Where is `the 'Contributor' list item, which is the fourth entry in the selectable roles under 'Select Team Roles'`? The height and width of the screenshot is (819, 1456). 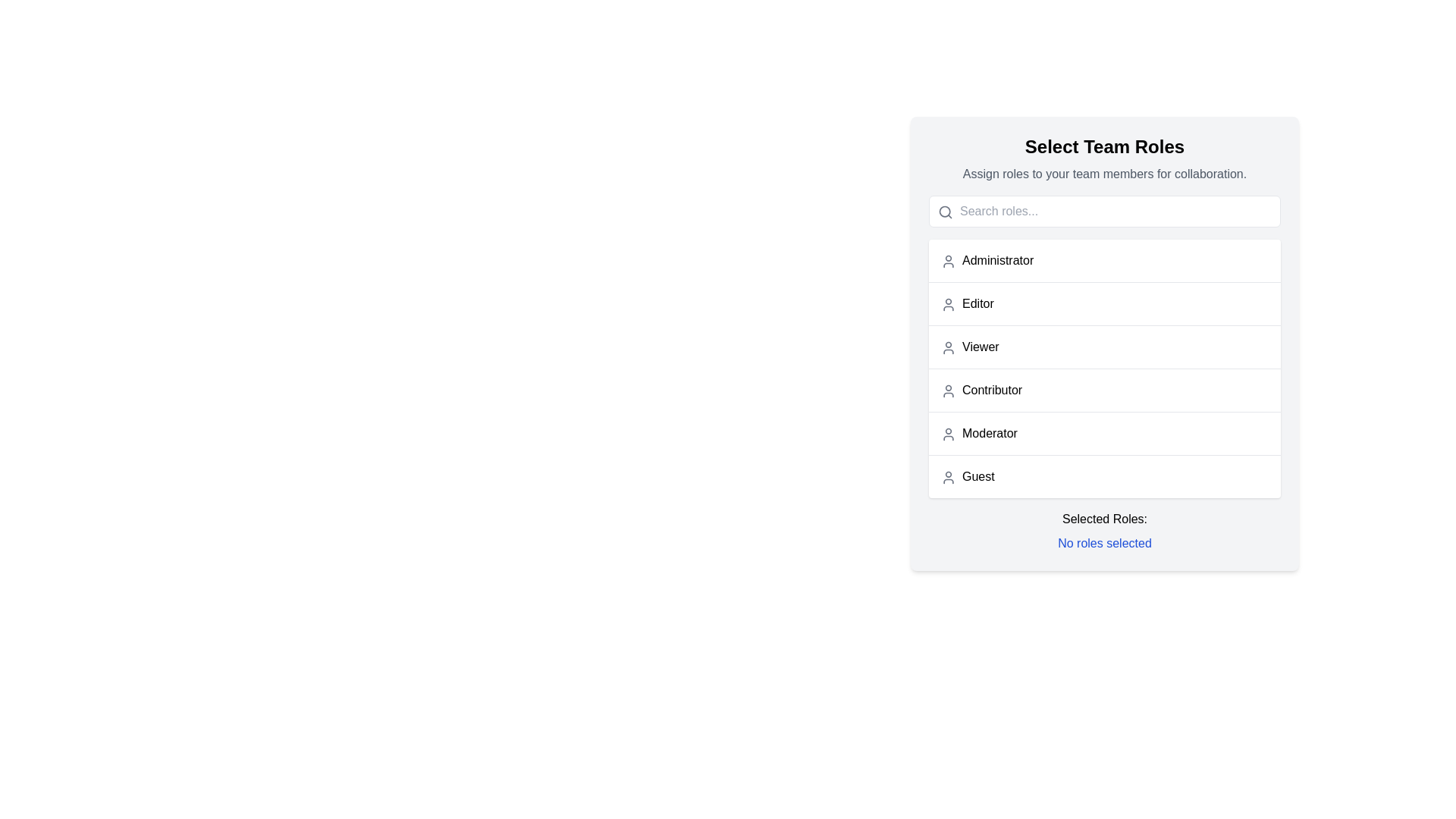 the 'Contributor' list item, which is the fourth entry in the selectable roles under 'Select Team Roles' is located at coordinates (1105, 388).